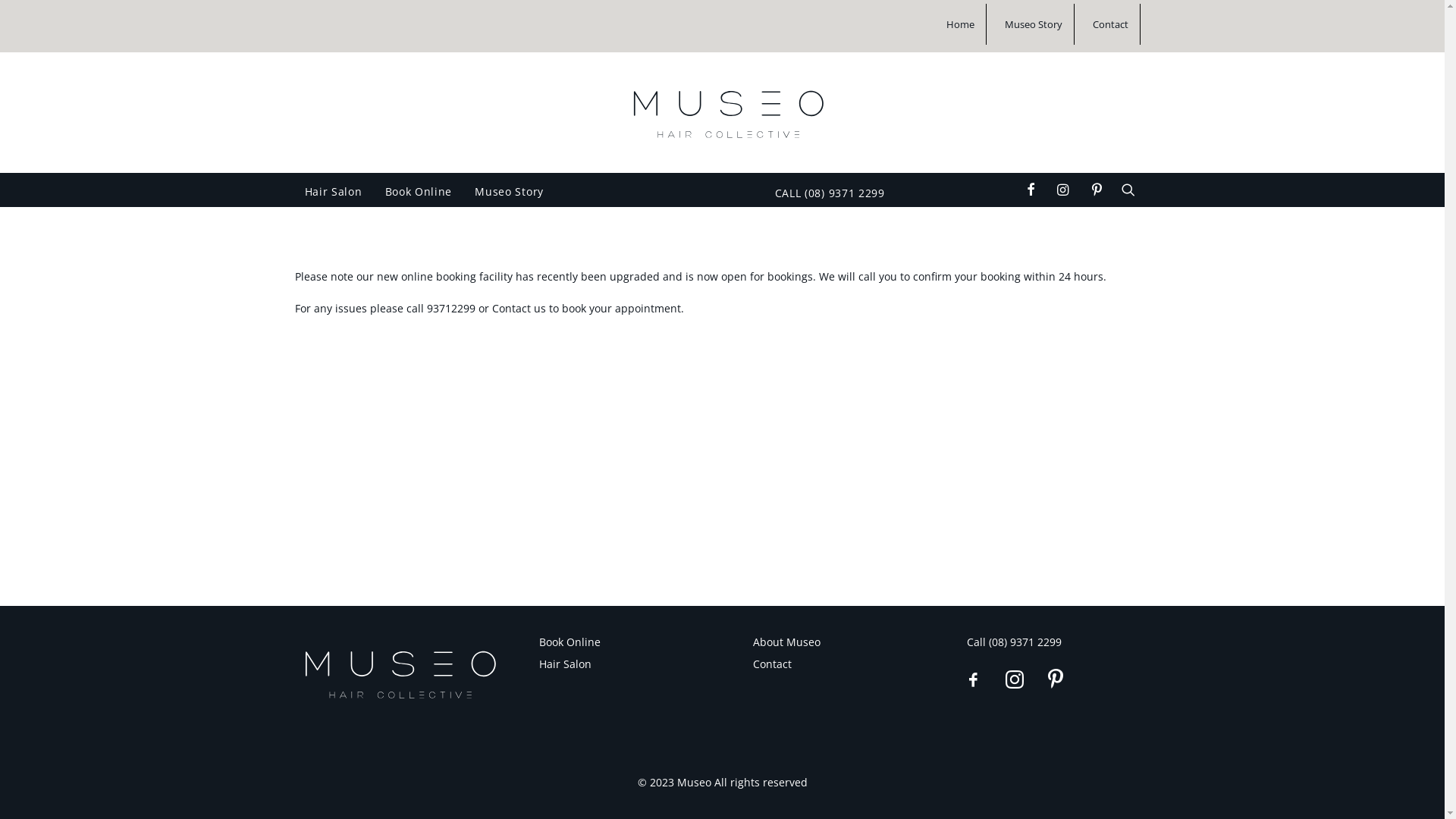 This screenshot has height=819, width=1456. I want to click on 'About Museo', so click(786, 642).